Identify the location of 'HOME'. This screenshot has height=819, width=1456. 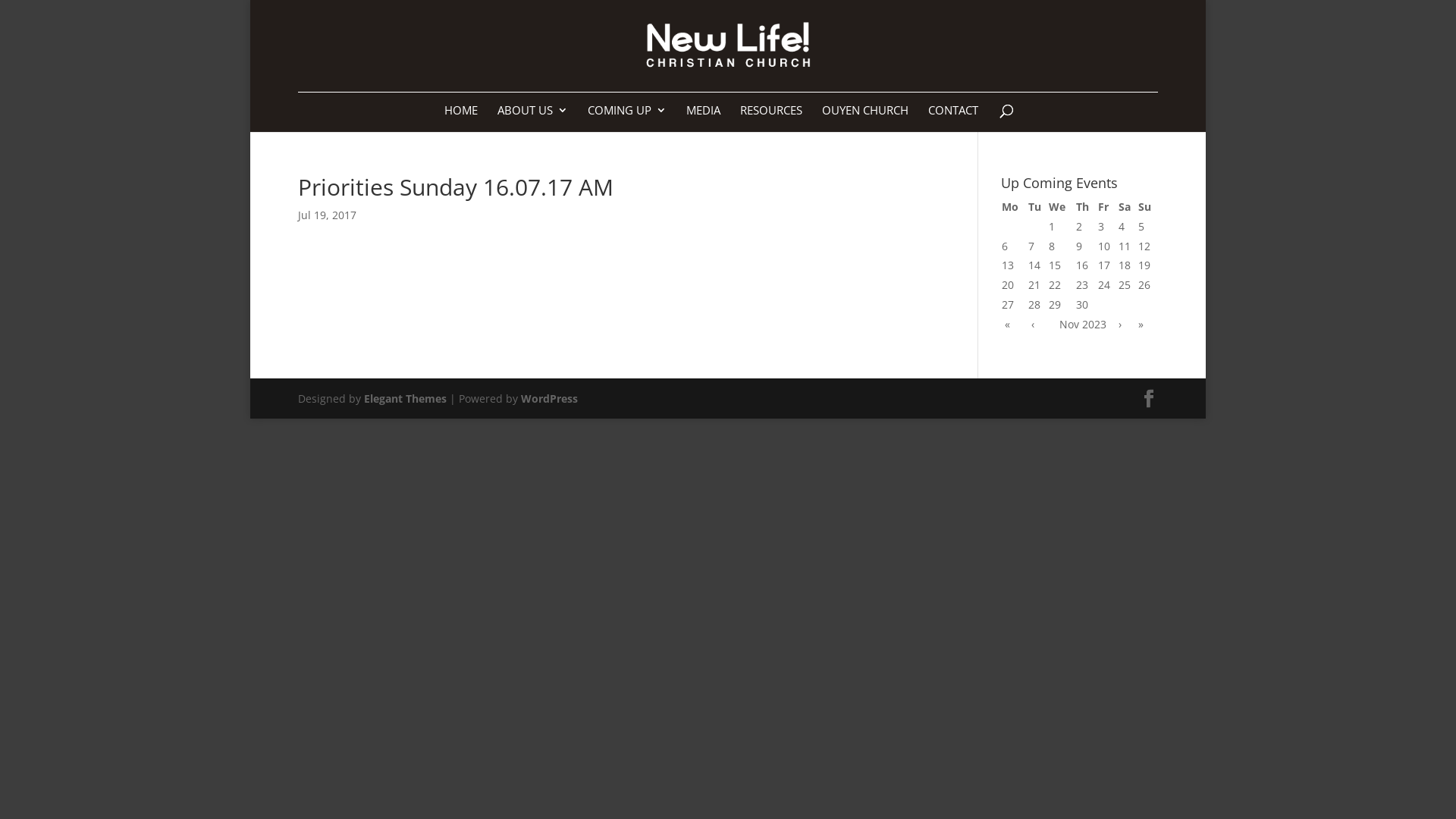
(460, 117).